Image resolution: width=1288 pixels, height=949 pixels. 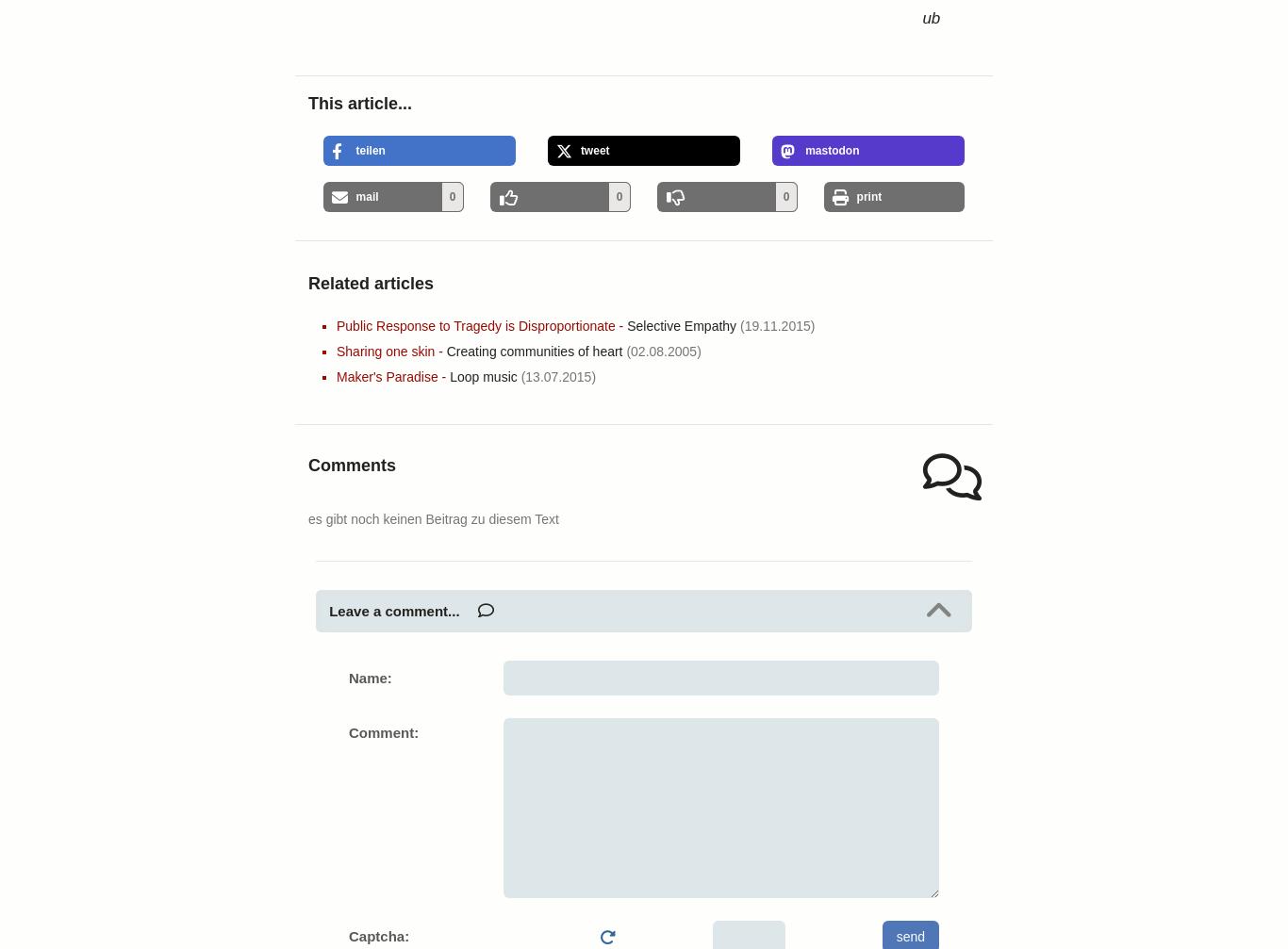 I want to click on 'Captcha:', so click(x=377, y=935).